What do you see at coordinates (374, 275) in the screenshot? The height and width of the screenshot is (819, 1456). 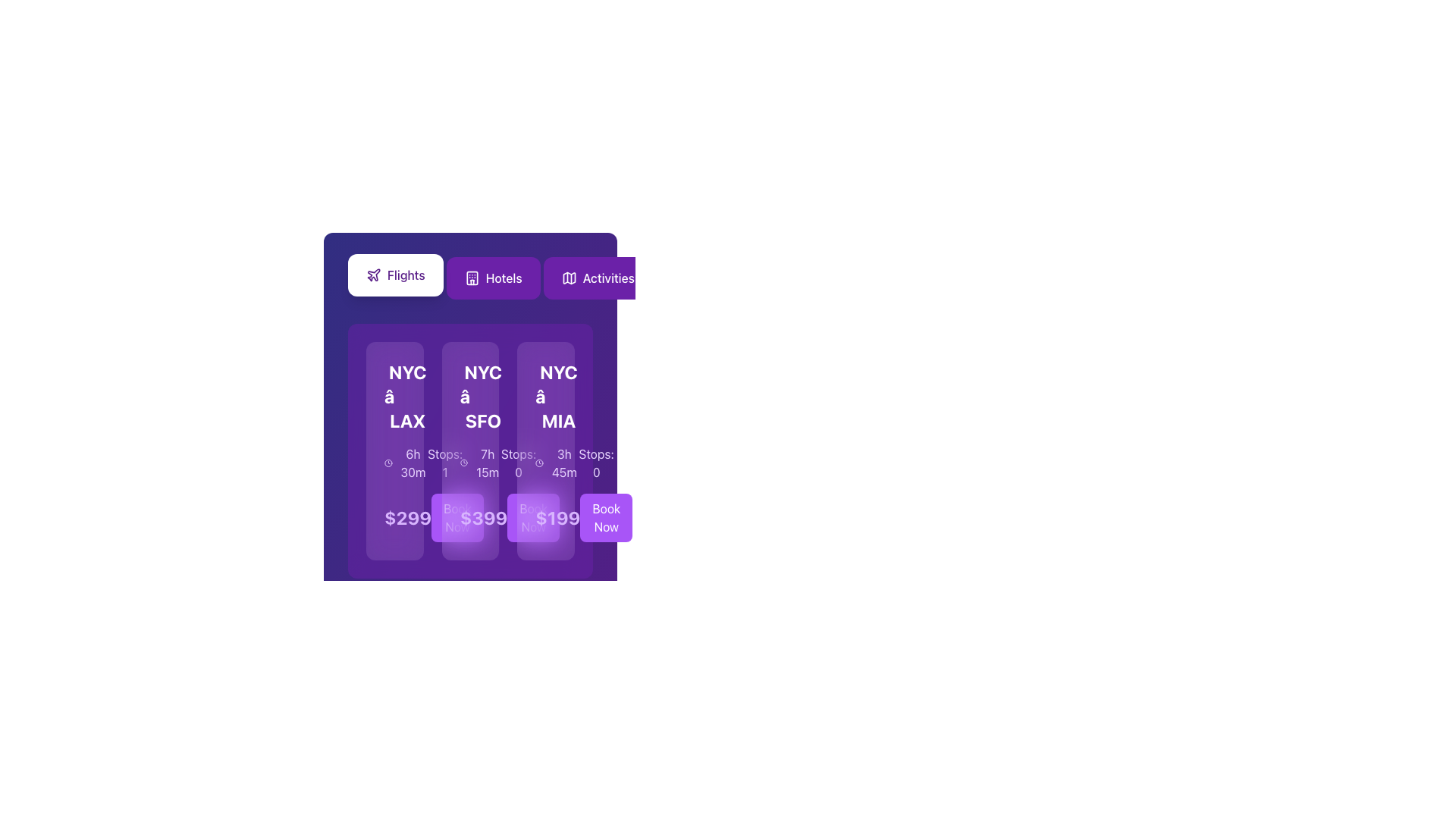 I see `the stylized airplane icon located on the left side of the 'Flights' button in the navigation bar` at bounding box center [374, 275].